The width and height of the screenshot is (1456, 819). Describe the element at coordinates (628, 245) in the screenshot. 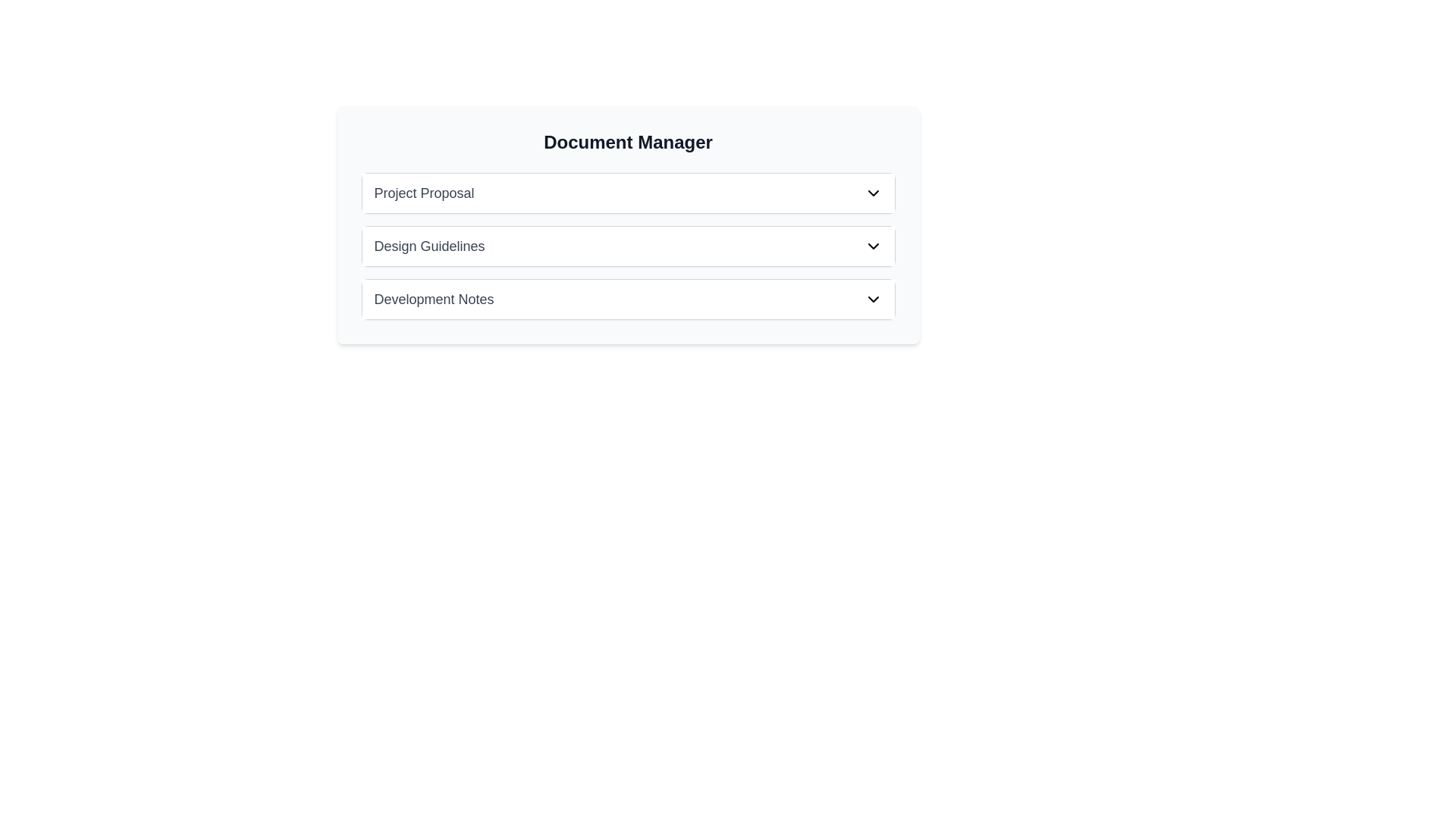

I see `the second entry in the collapsible list, labeled 'Design Guidelines'` at that location.